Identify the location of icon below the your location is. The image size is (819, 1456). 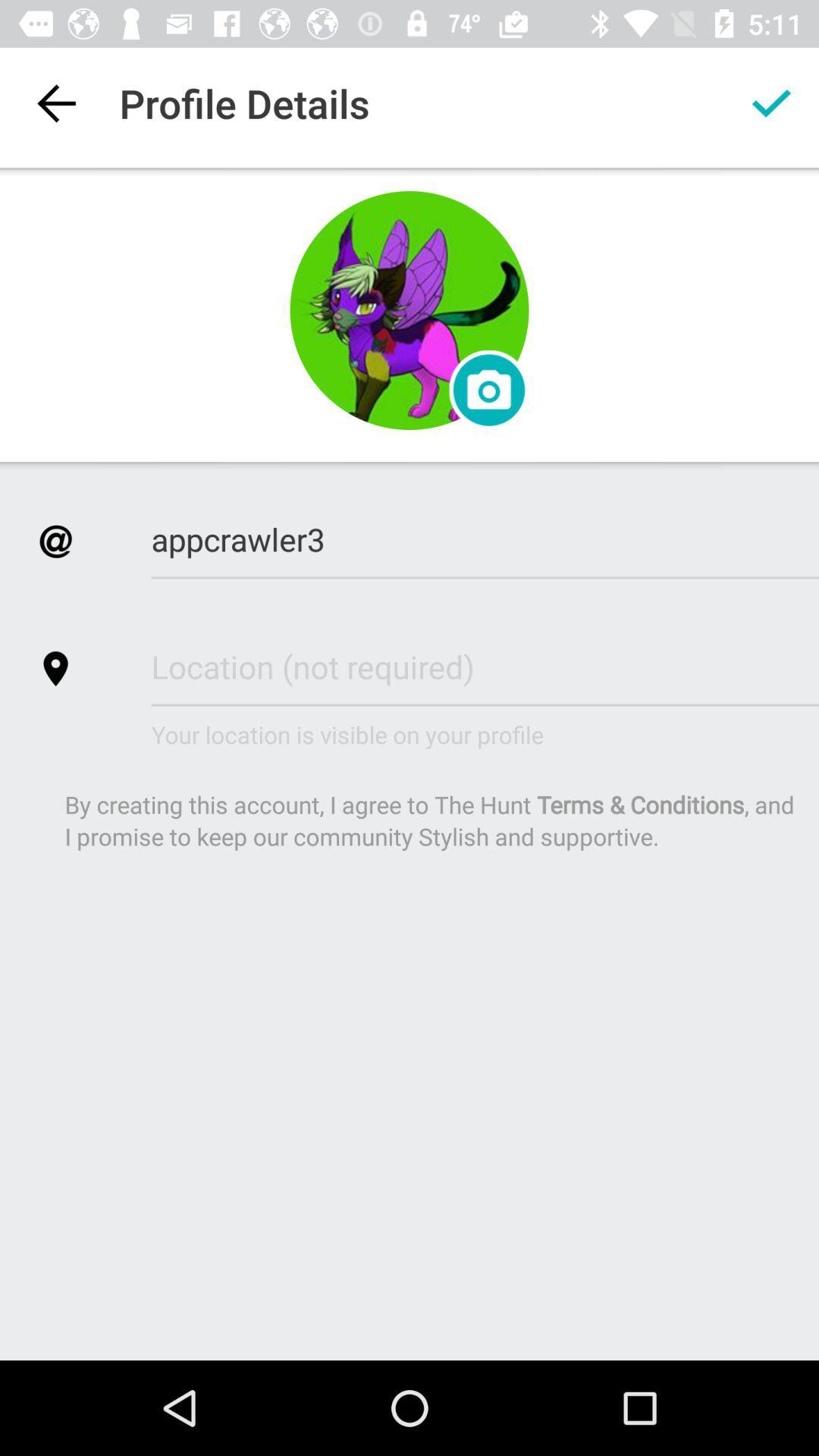
(431, 819).